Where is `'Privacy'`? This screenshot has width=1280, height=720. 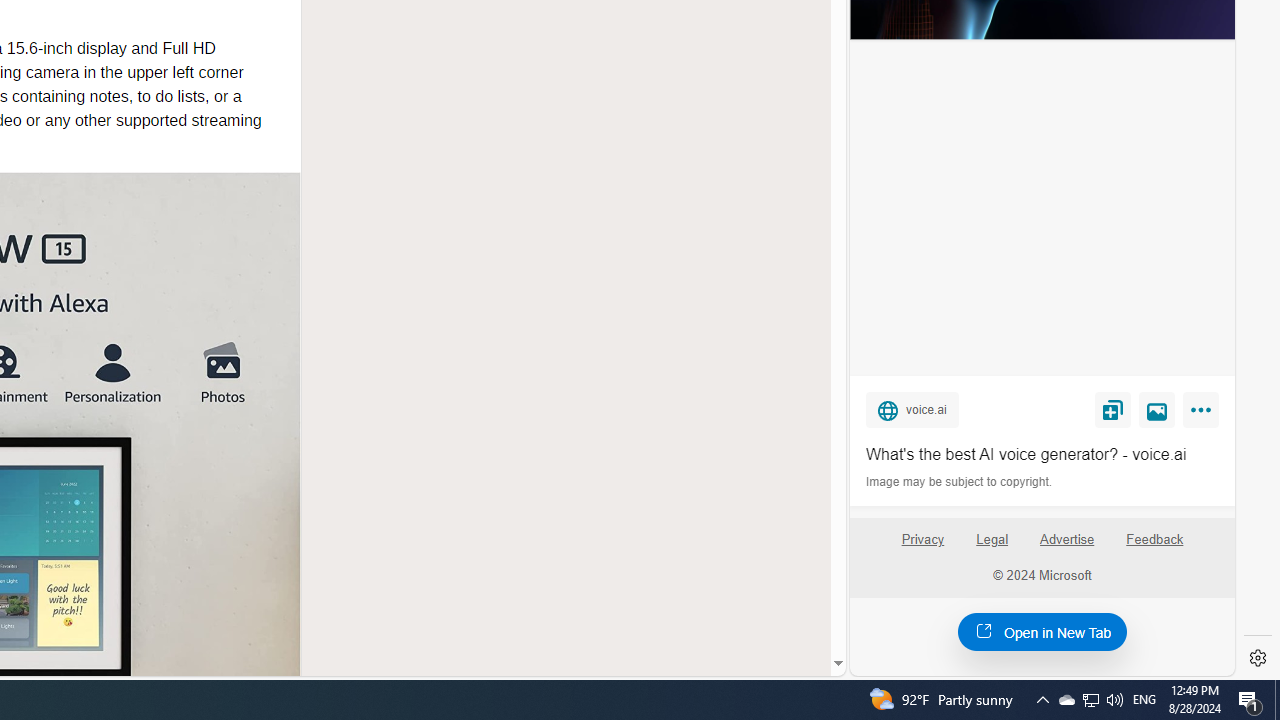 'Privacy' is located at coordinates (921, 538).